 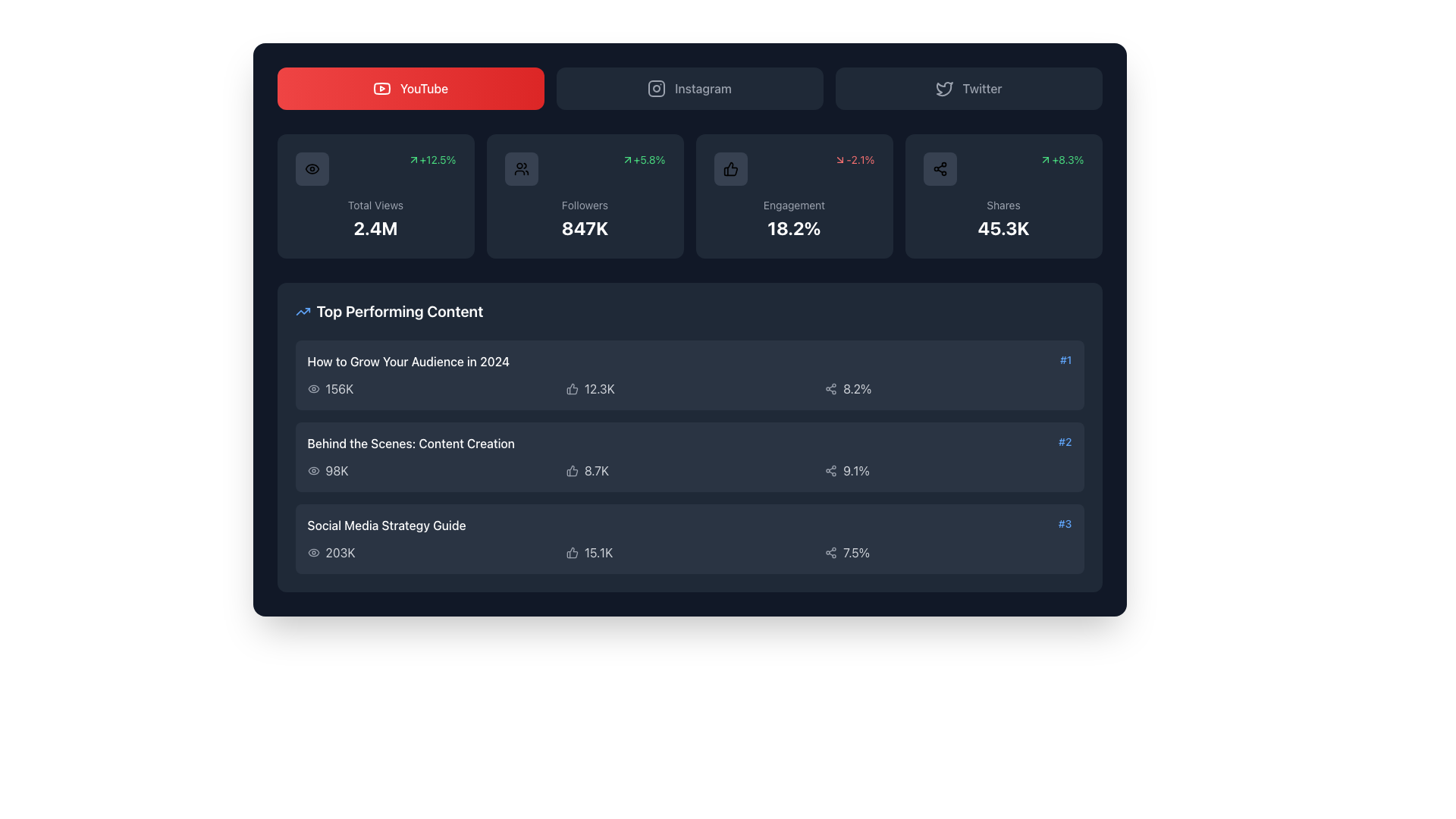 What do you see at coordinates (1003, 195) in the screenshot?
I see `the statistics Card displaying total shares ('45.3K') and percentage increase ('+8.3%') located in the top-right corner of the grid layout` at bounding box center [1003, 195].